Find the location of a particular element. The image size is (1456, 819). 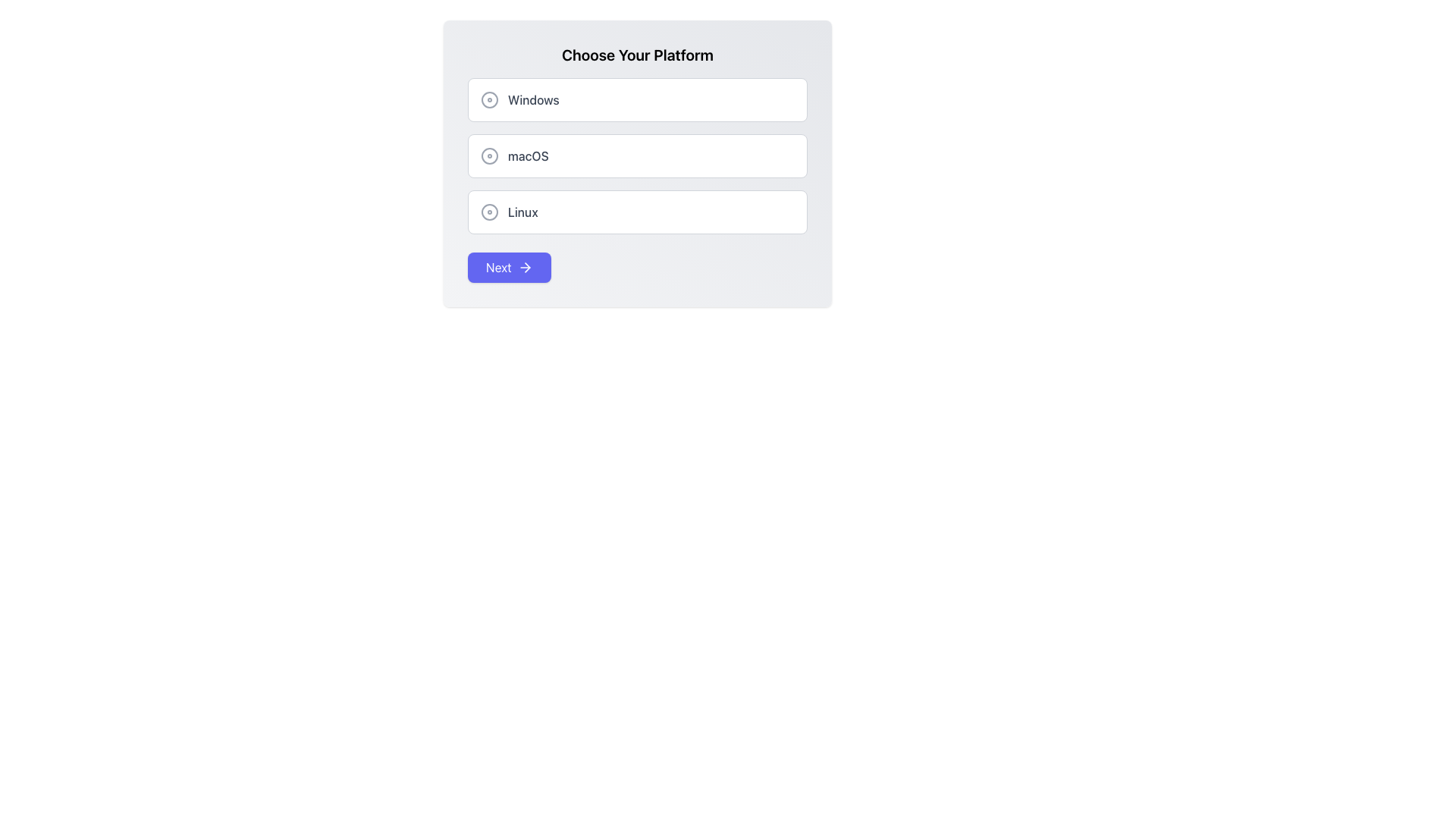

the outer circle of the SVG Circle element indicating selection status, located near the text 'Windows' is located at coordinates (490, 99).